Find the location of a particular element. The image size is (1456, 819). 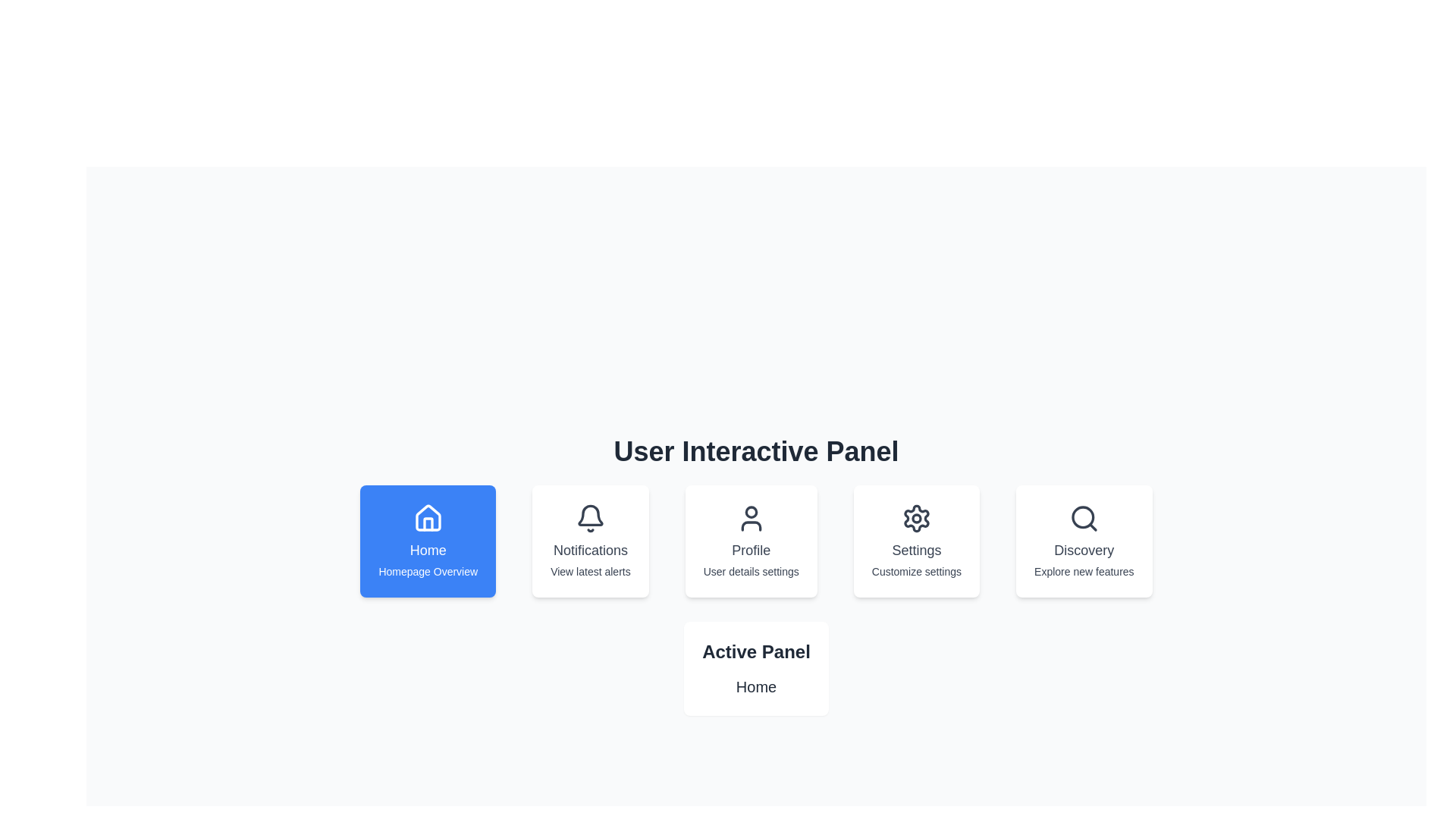

the inner circular part of the magnifying glass icon in the Discovery panel, which has no fill and a stroke around it is located at coordinates (1082, 516).